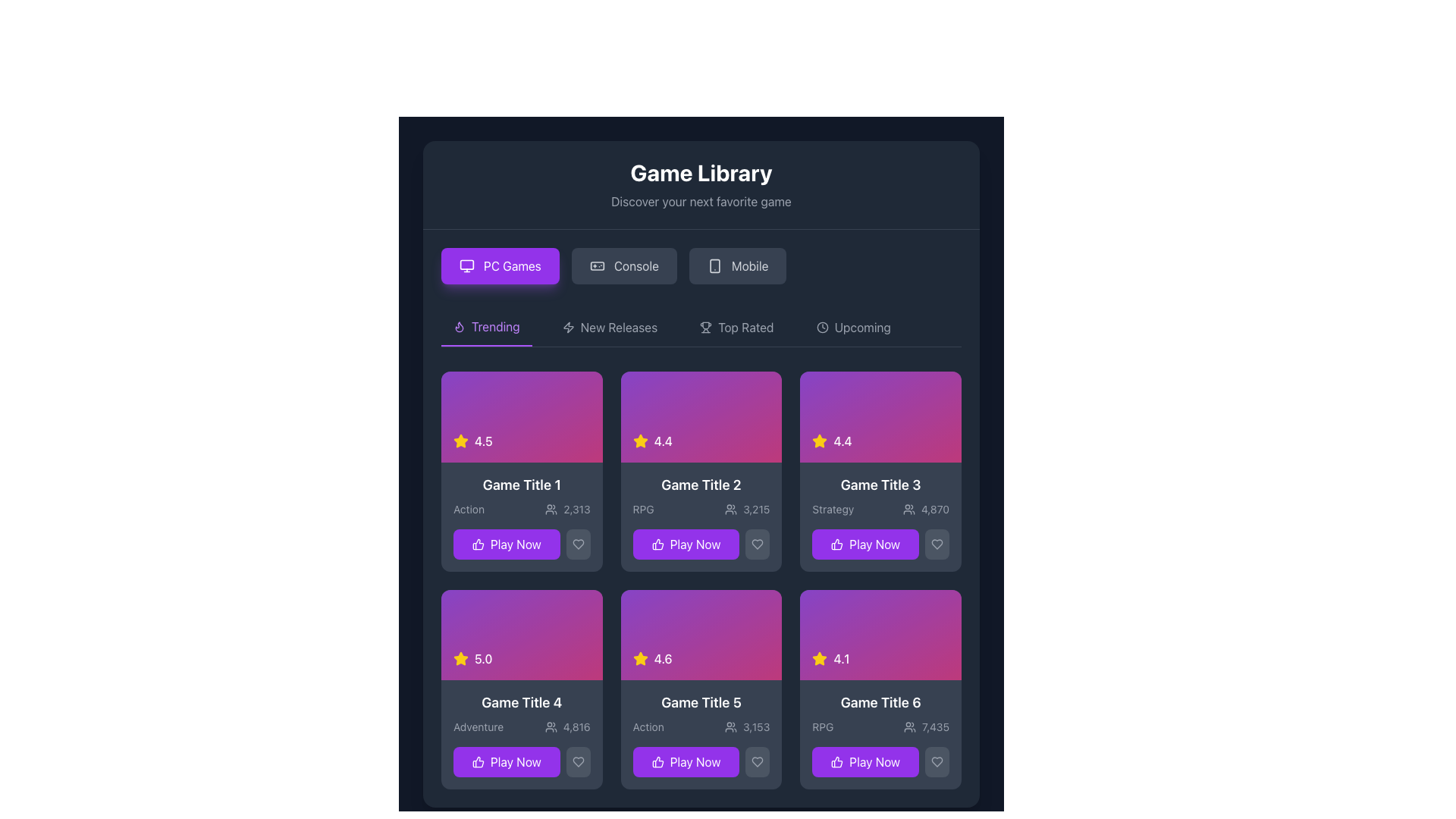  I want to click on the static text displaying '4.1' in white, which is part of the rating system for 'Game Title 6', located at the bottom-left of the card with a dark purple theme, so click(840, 658).